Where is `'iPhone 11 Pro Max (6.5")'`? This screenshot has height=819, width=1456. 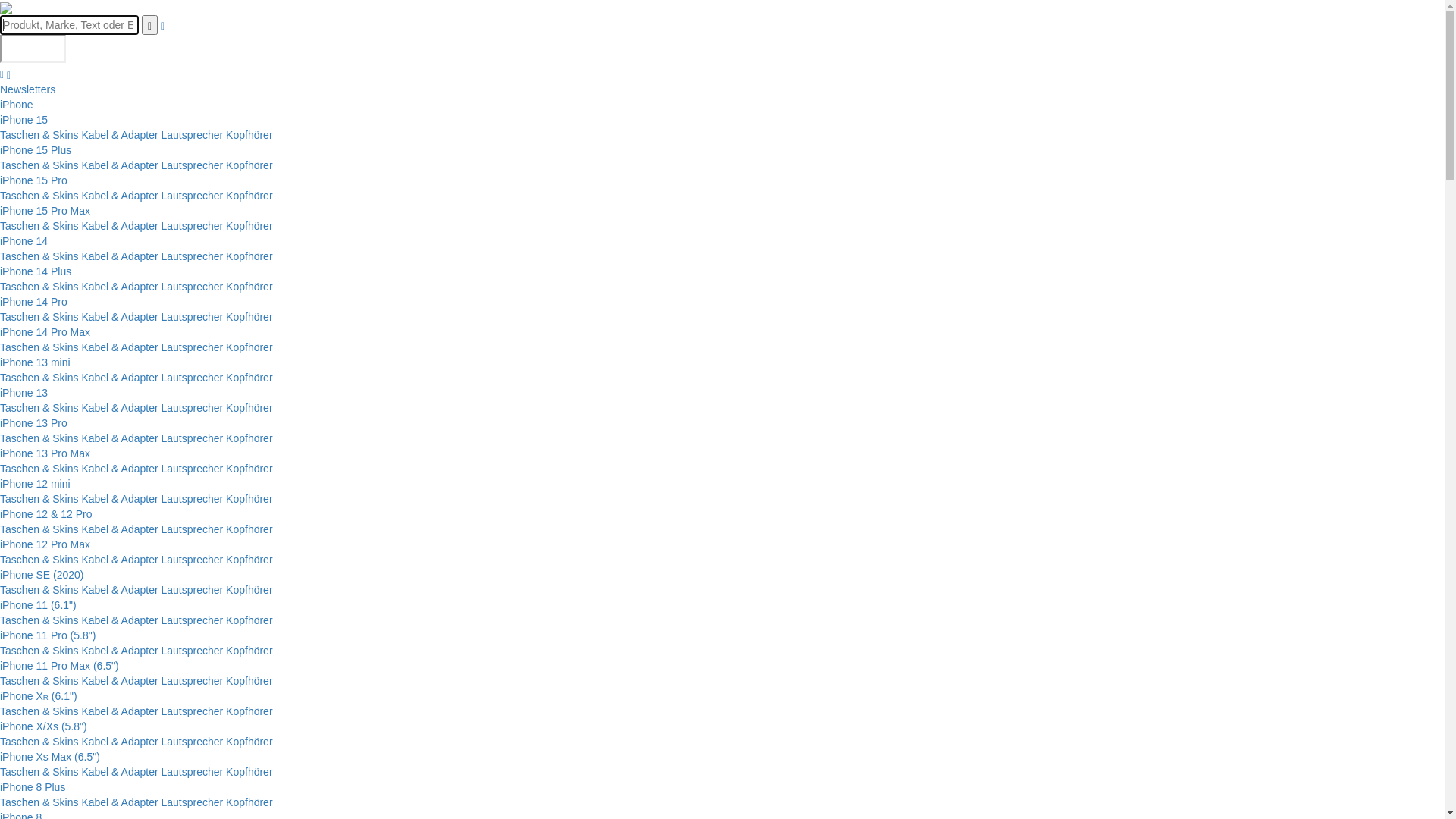 'iPhone 11 Pro Max (6.5")' is located at coordinates (59, 665).